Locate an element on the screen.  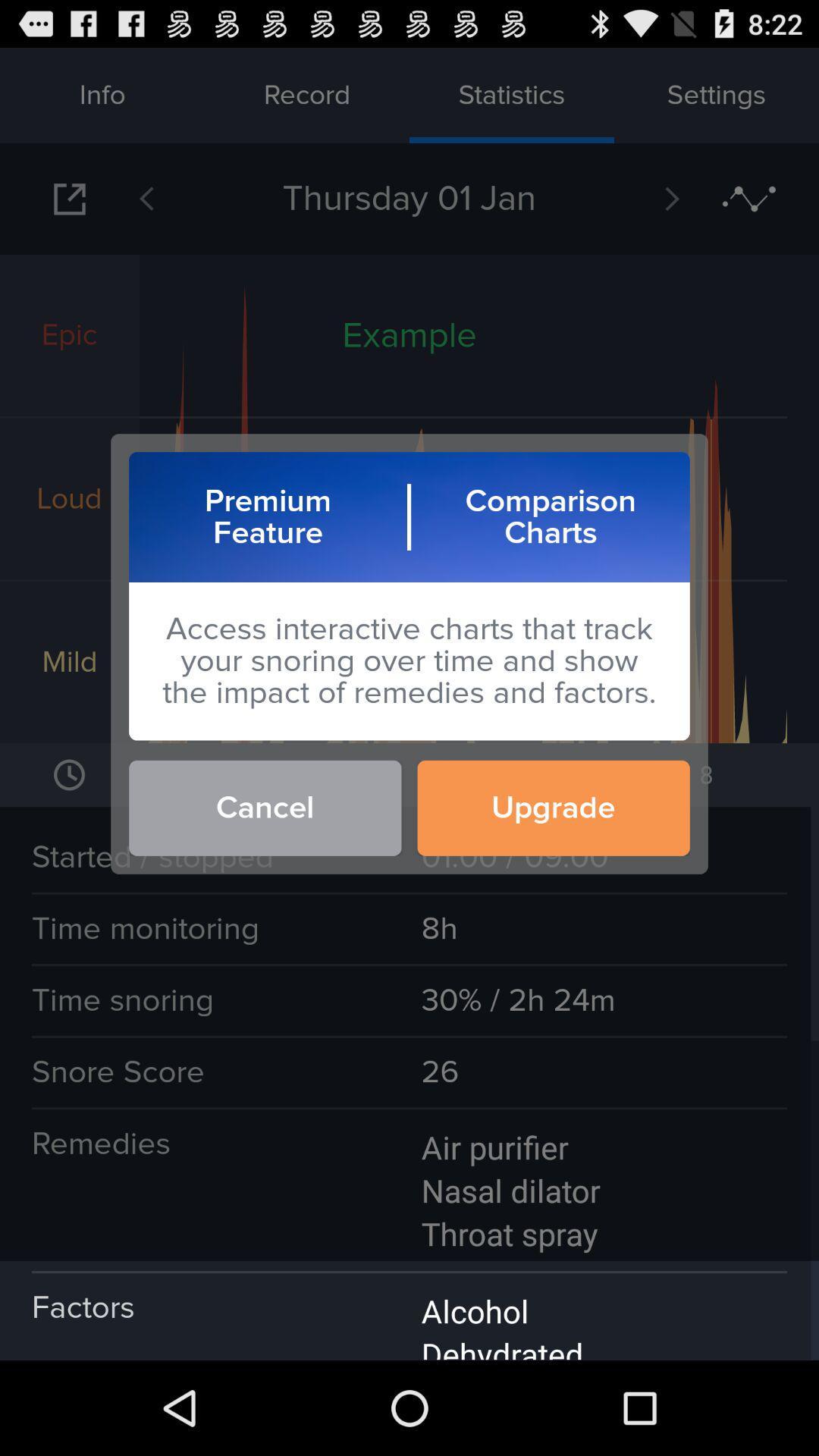
the icon to the left of upgrade button is located at coordinates (264, 807).